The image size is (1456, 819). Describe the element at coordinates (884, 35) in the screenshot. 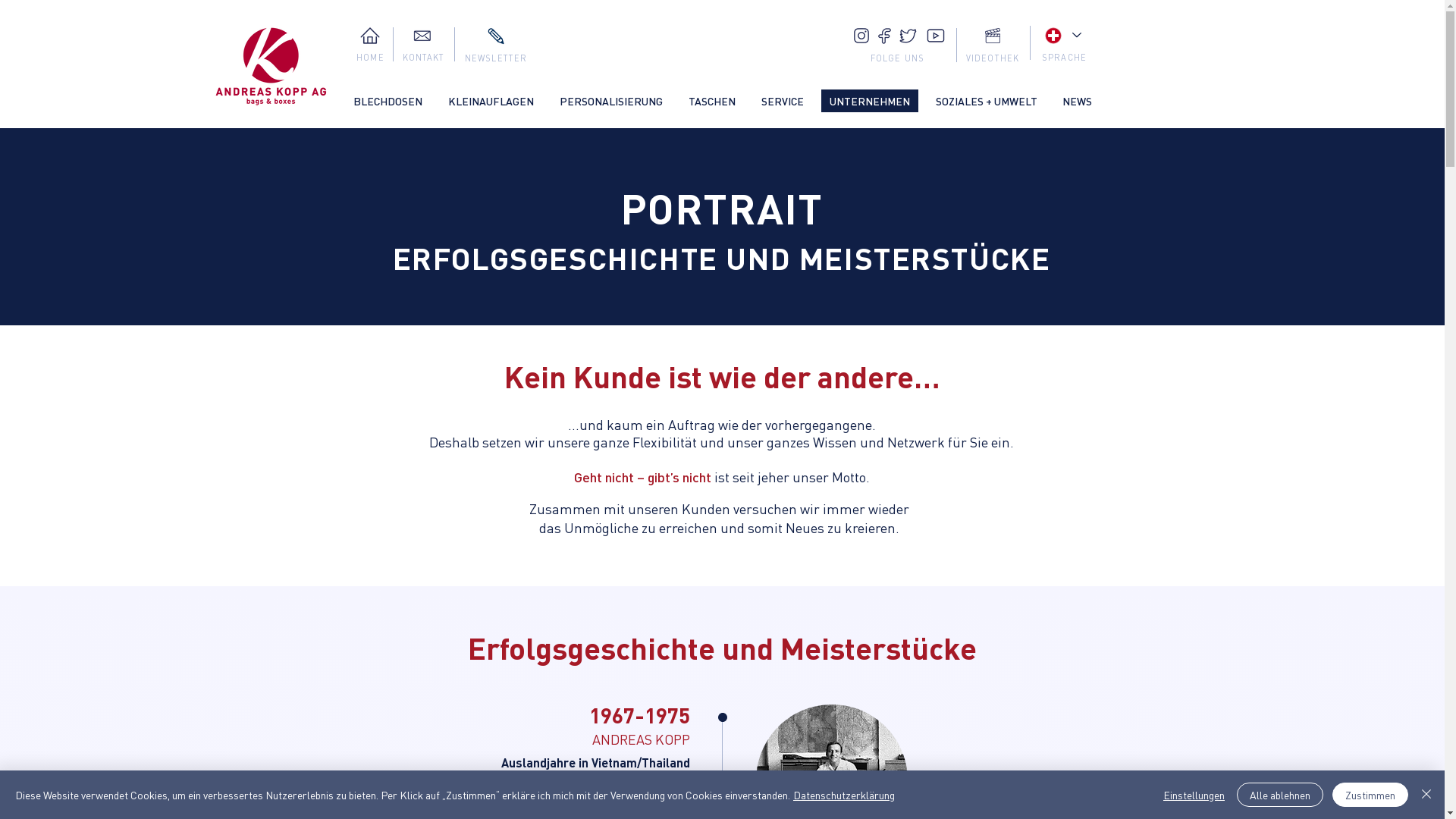

I see `'Facebook'` at that location.